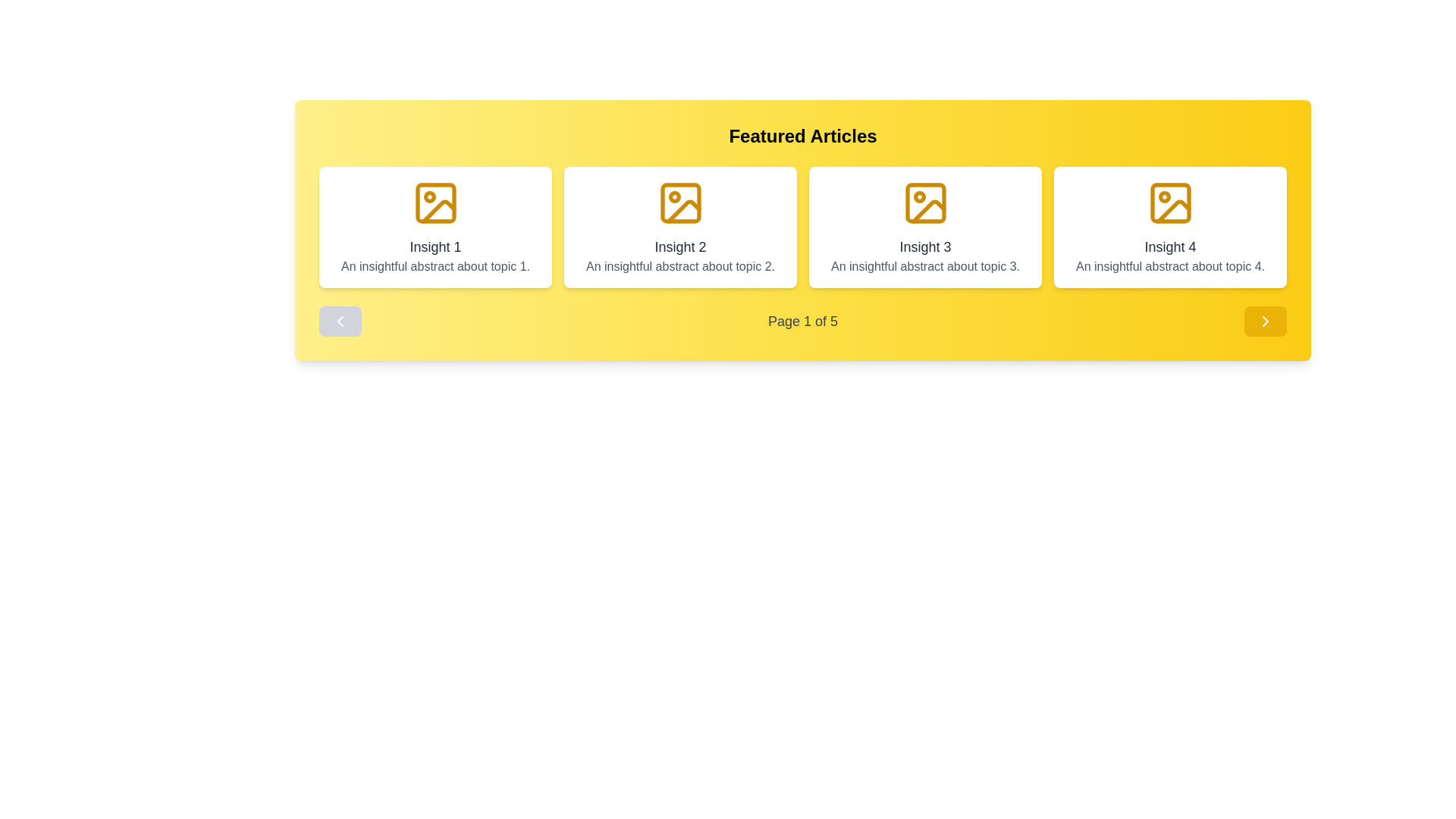 The image size is (1456, 819). Describe the element at coordinates (435, 202) in the screenshot. I see `the small rectangle with rounded corners located in the top-center of the first article card's icon in the carousel, which is styled in yellow-orange` at that location.